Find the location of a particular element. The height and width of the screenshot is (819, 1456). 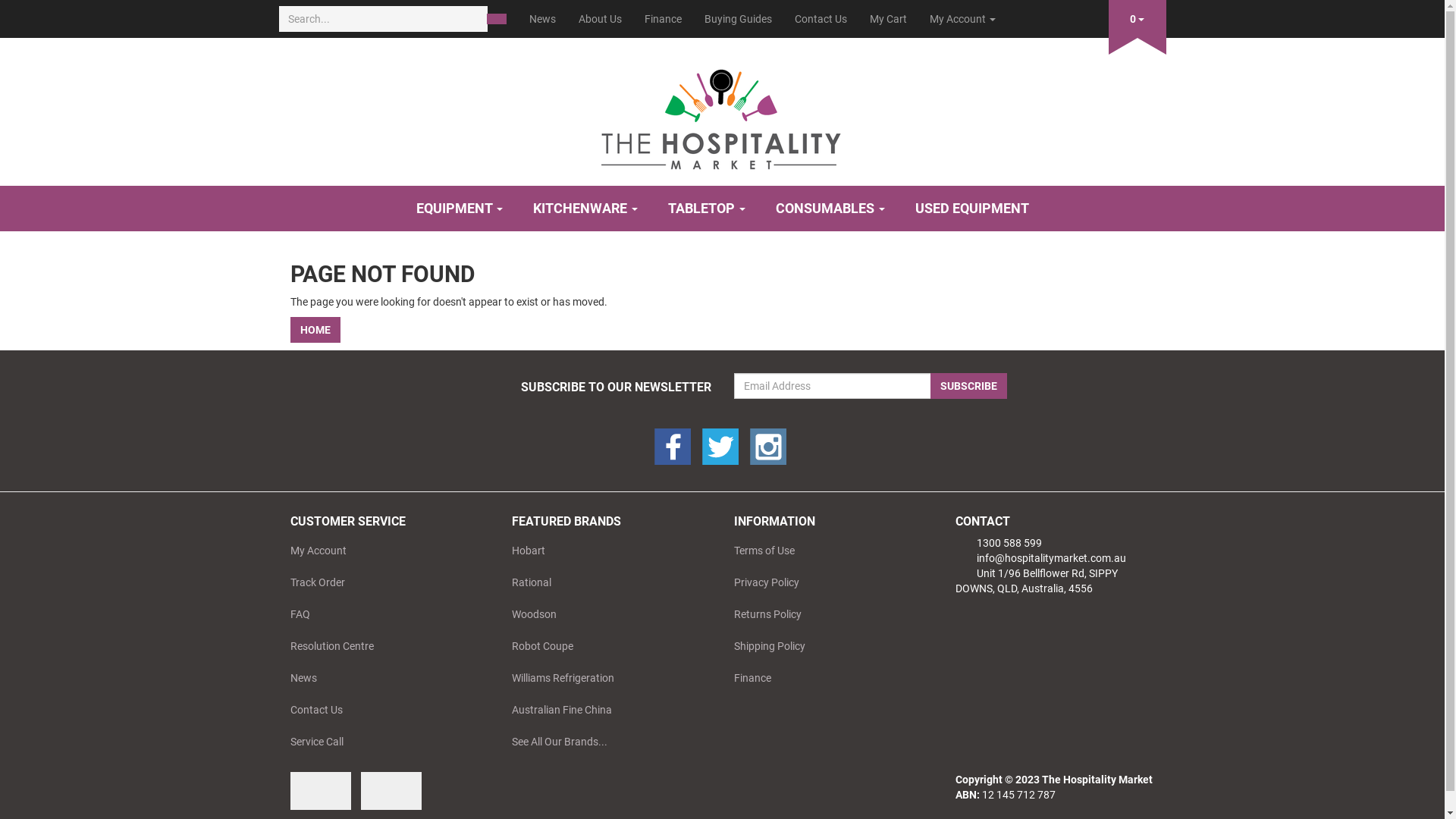

'Contact Us' is located at coordinates (279, 710).